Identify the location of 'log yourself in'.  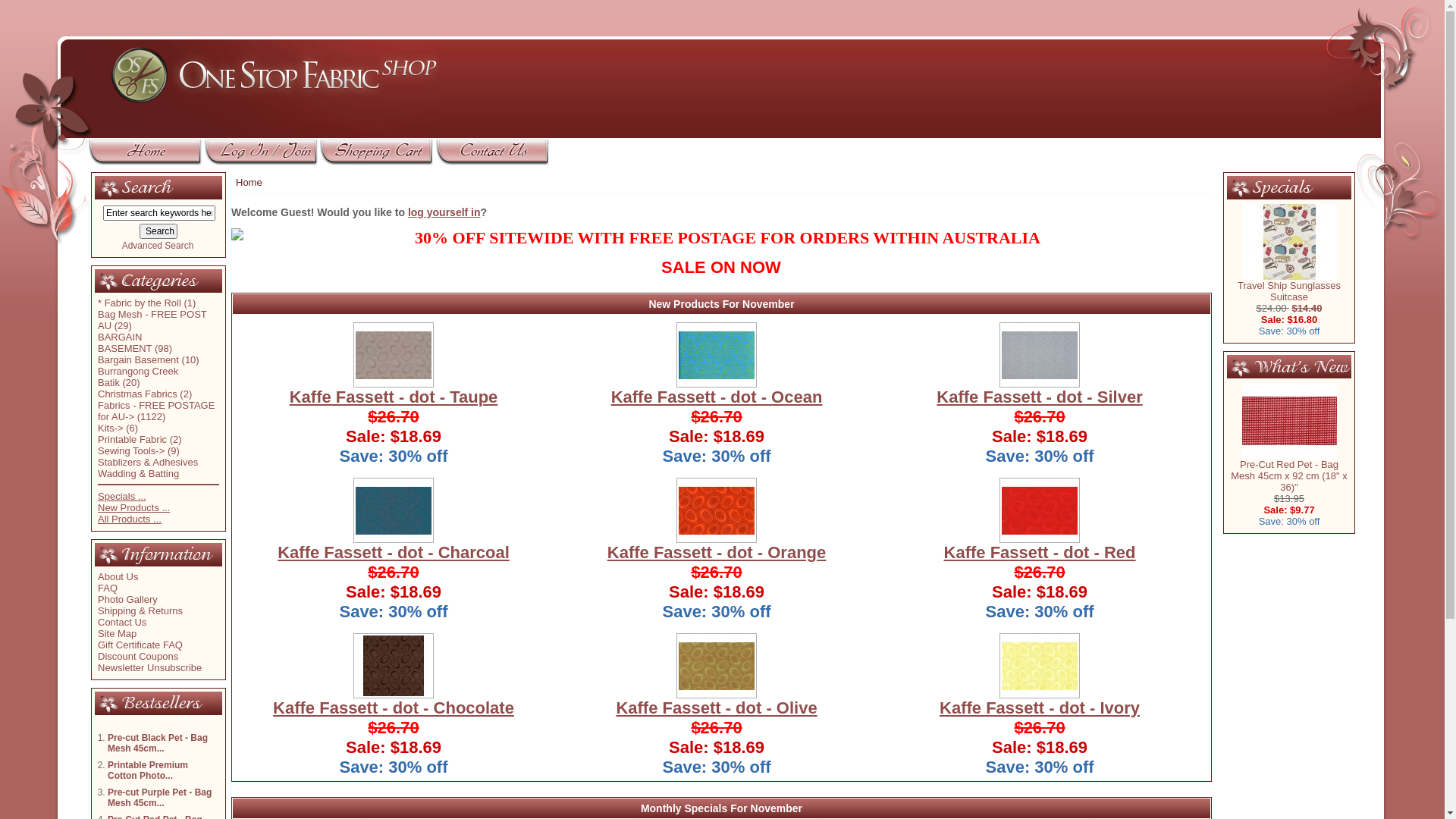
(407, 212).